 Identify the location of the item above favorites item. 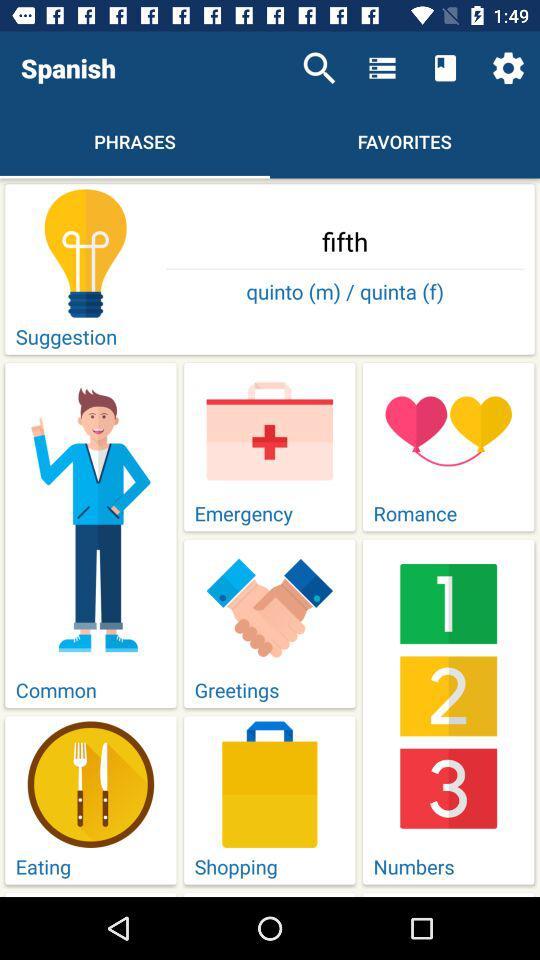
(382, 68).